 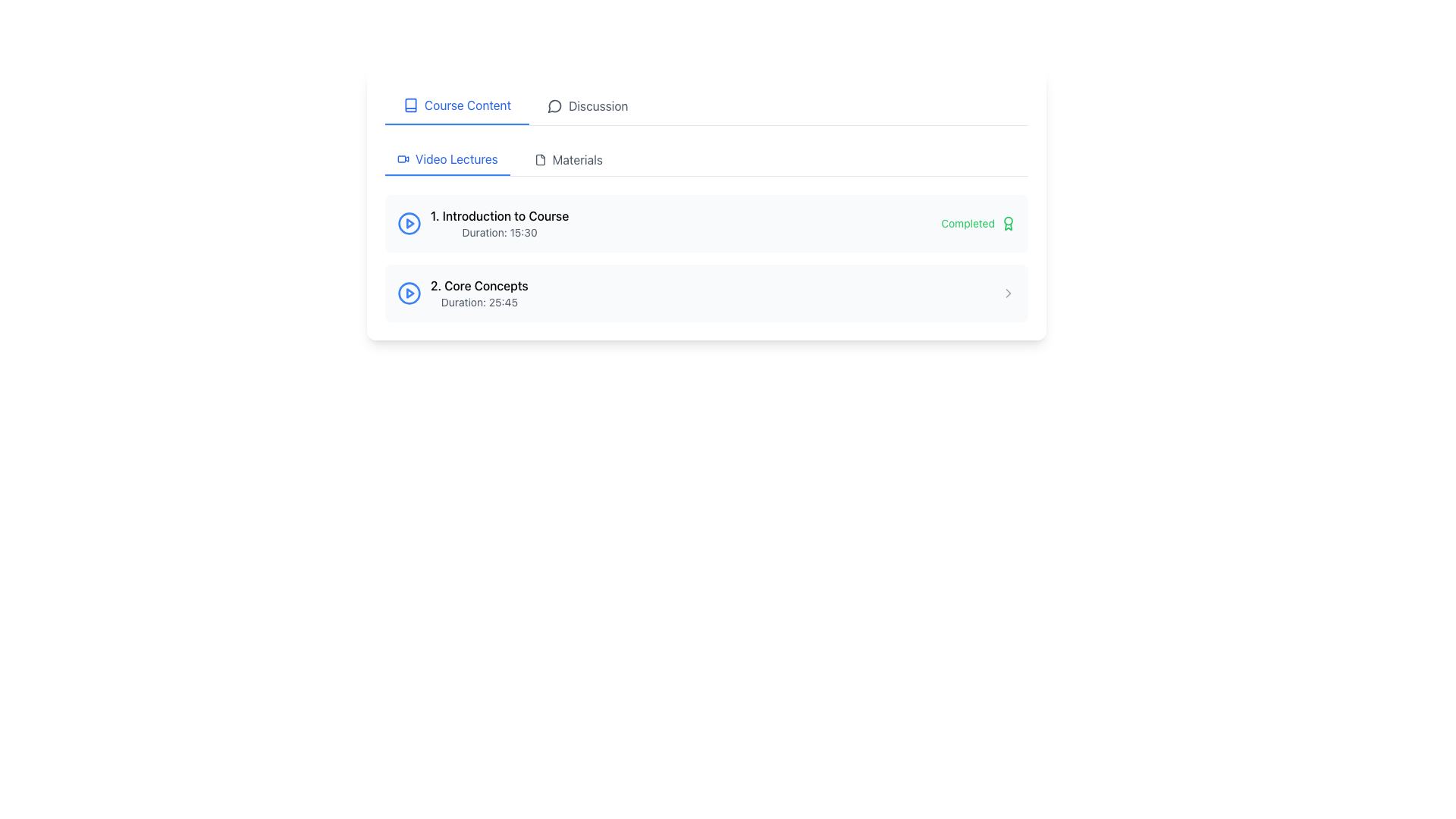 What do you see at coordinates (1008, 220) in the screenshot?
I see `the green circular part of the award-shaped icon located to the right of the 'Completed' text` at bounding box center [1008, 220].